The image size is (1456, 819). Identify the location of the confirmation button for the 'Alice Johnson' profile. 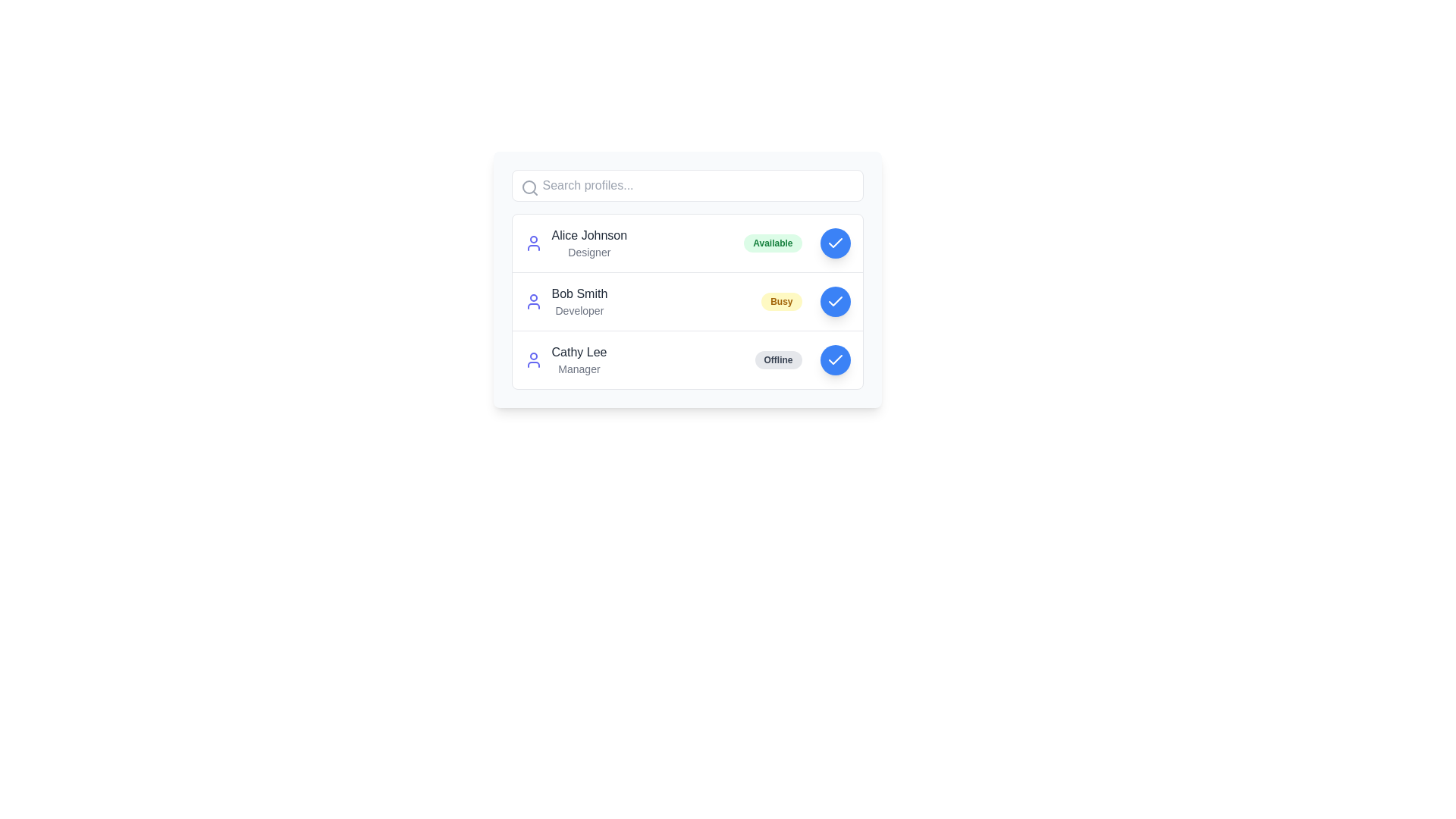
(834, 242).